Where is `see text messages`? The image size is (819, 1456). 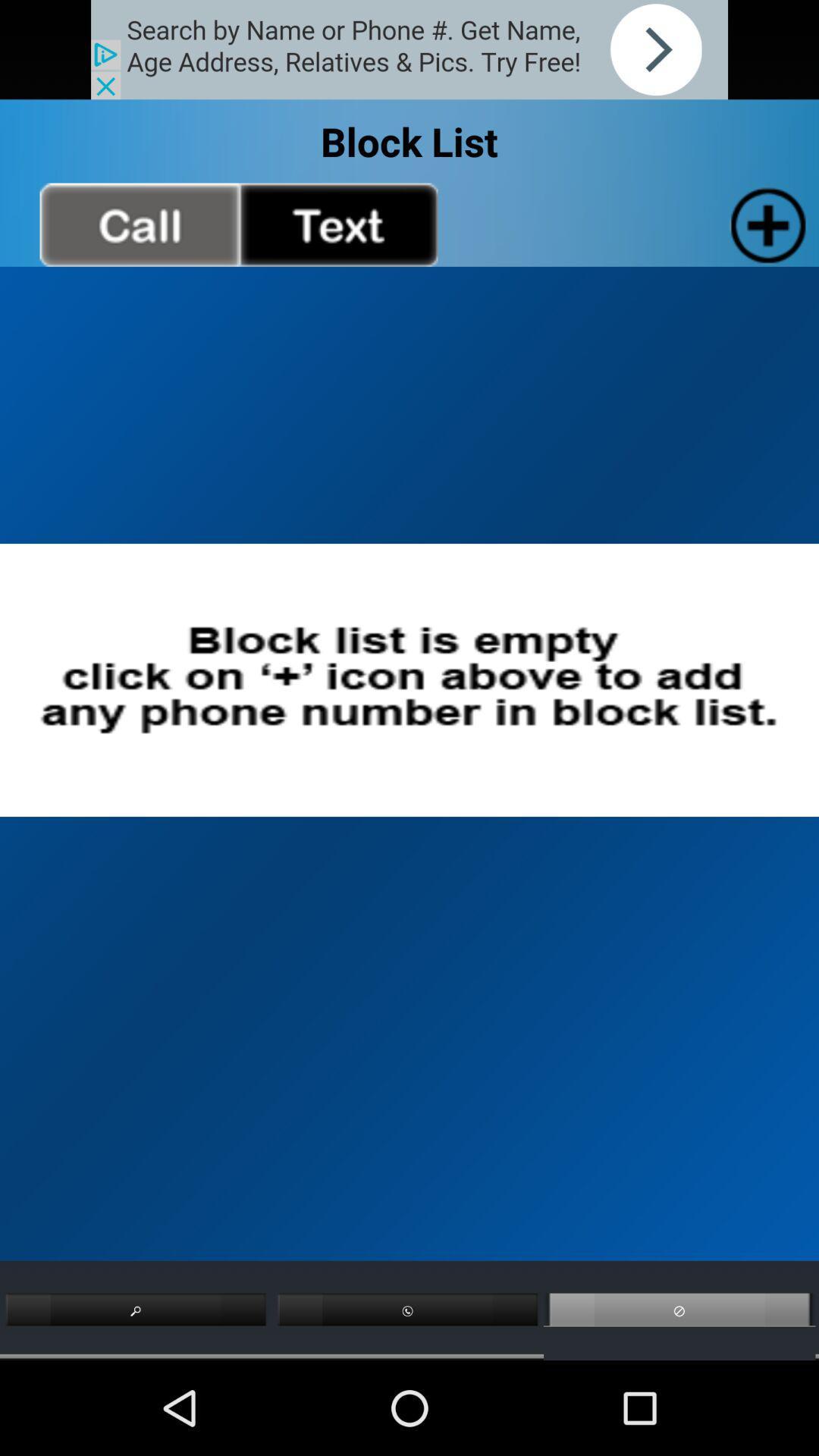 see text messages is located at coordinates (337, 224).